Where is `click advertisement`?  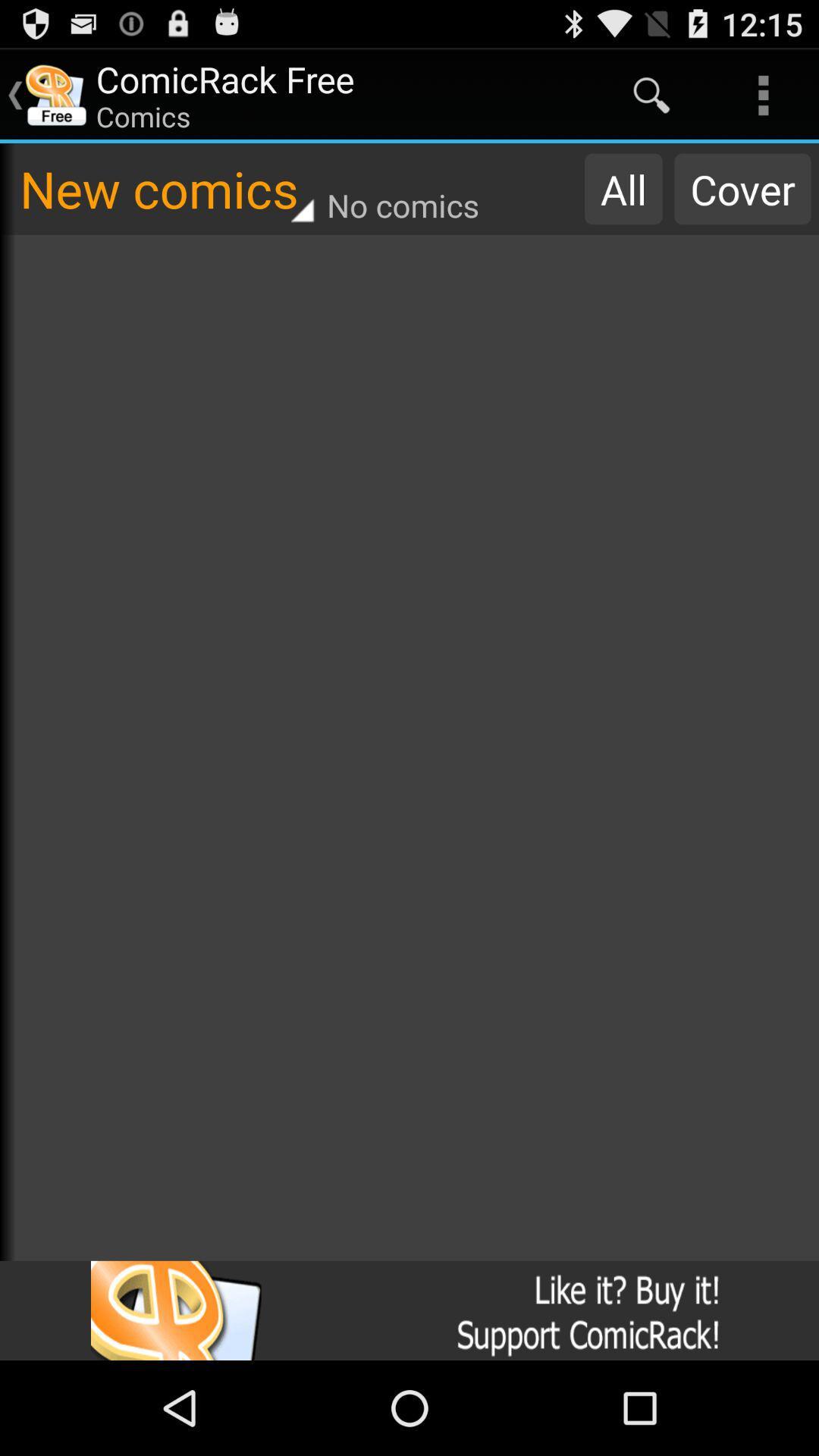 click advertisement is located at coordinates (409, 1310).